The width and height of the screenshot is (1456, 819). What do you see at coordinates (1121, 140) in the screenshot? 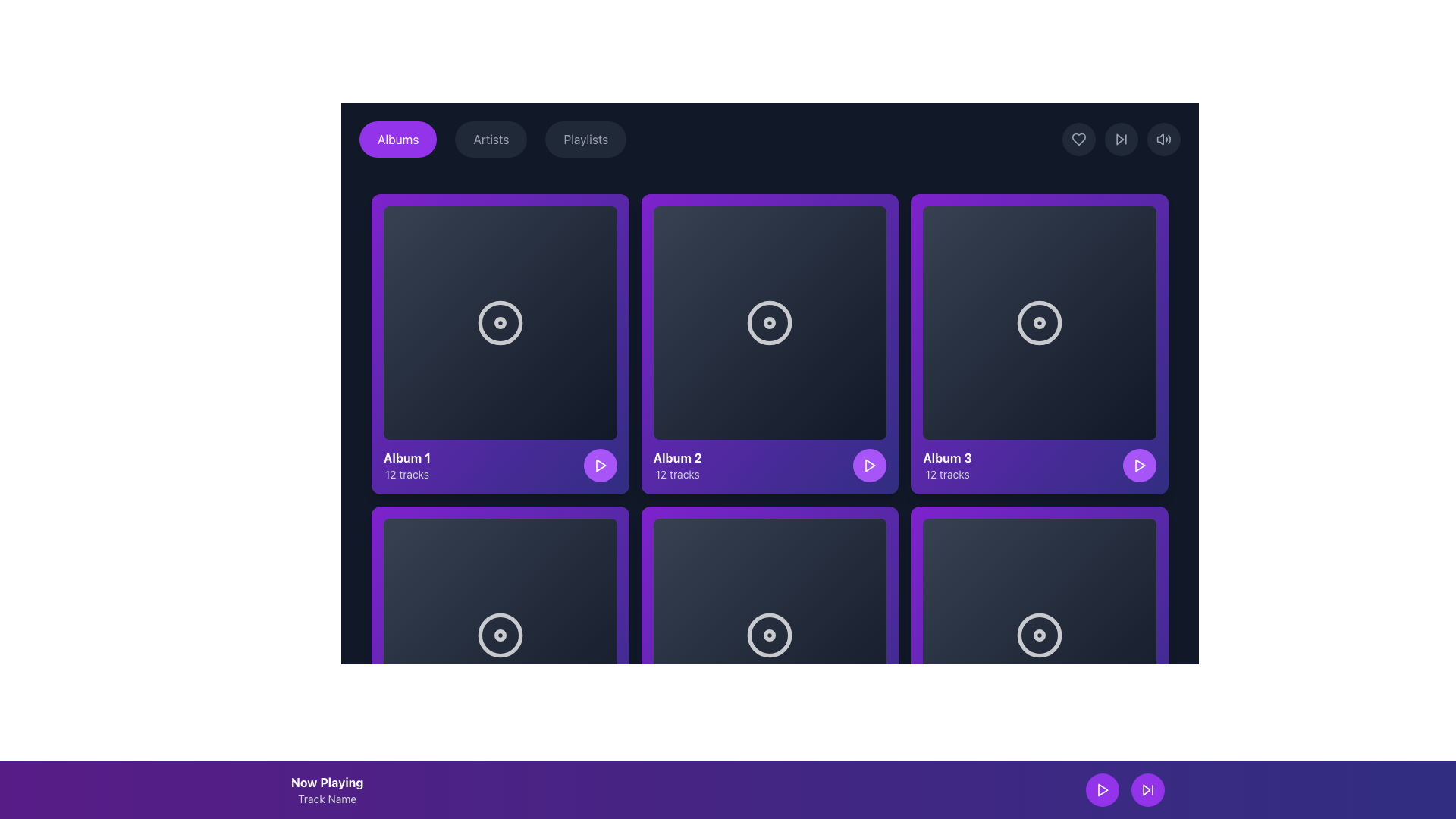
I see `the 'next track' button located in the upper-right corner of the interface, positioned between the 'heart' button and the 'speaker' button` at bounding box center [1121, 140].